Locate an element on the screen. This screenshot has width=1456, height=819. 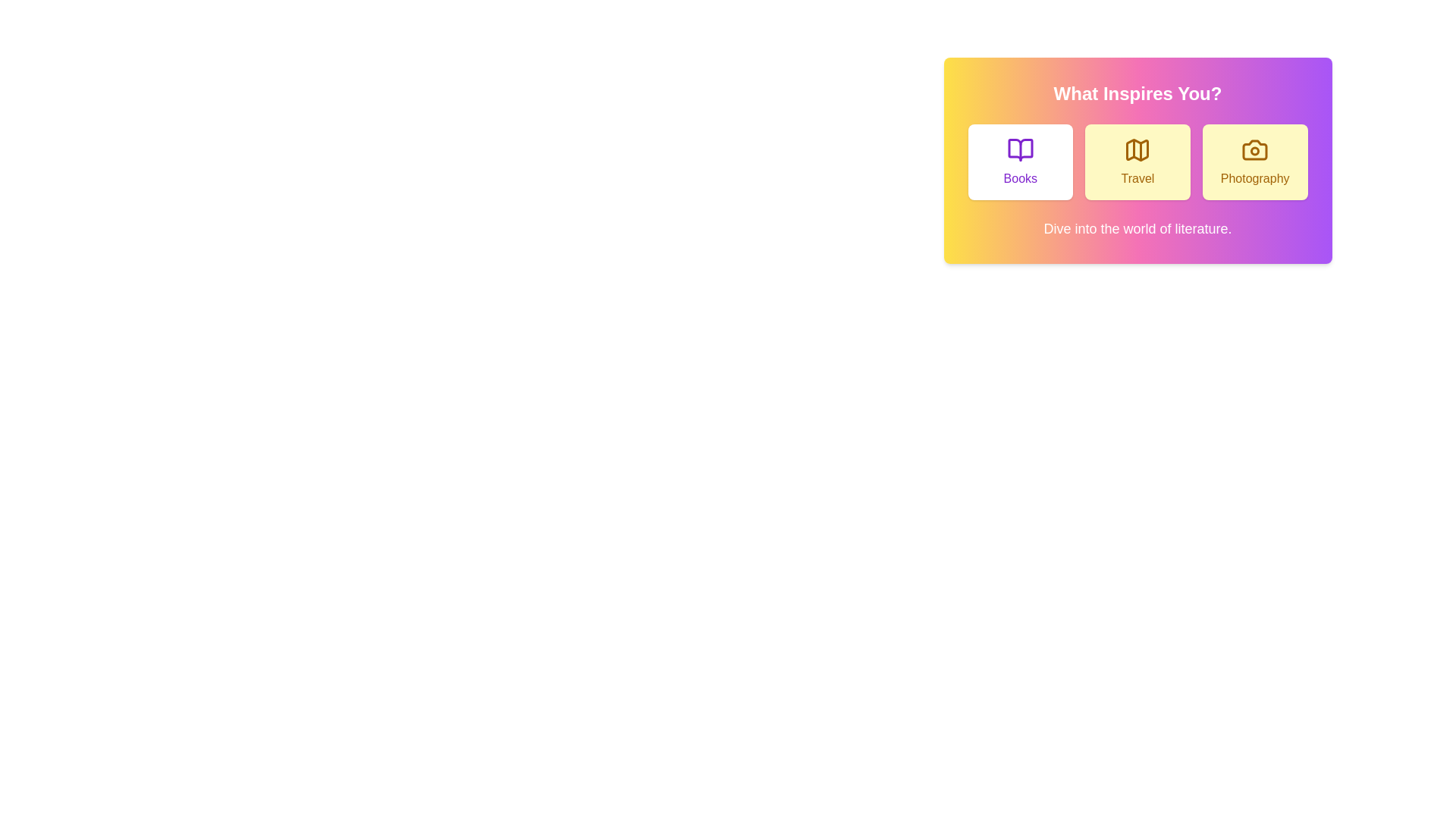
the Travel button is located at coordinates (1137, 162).